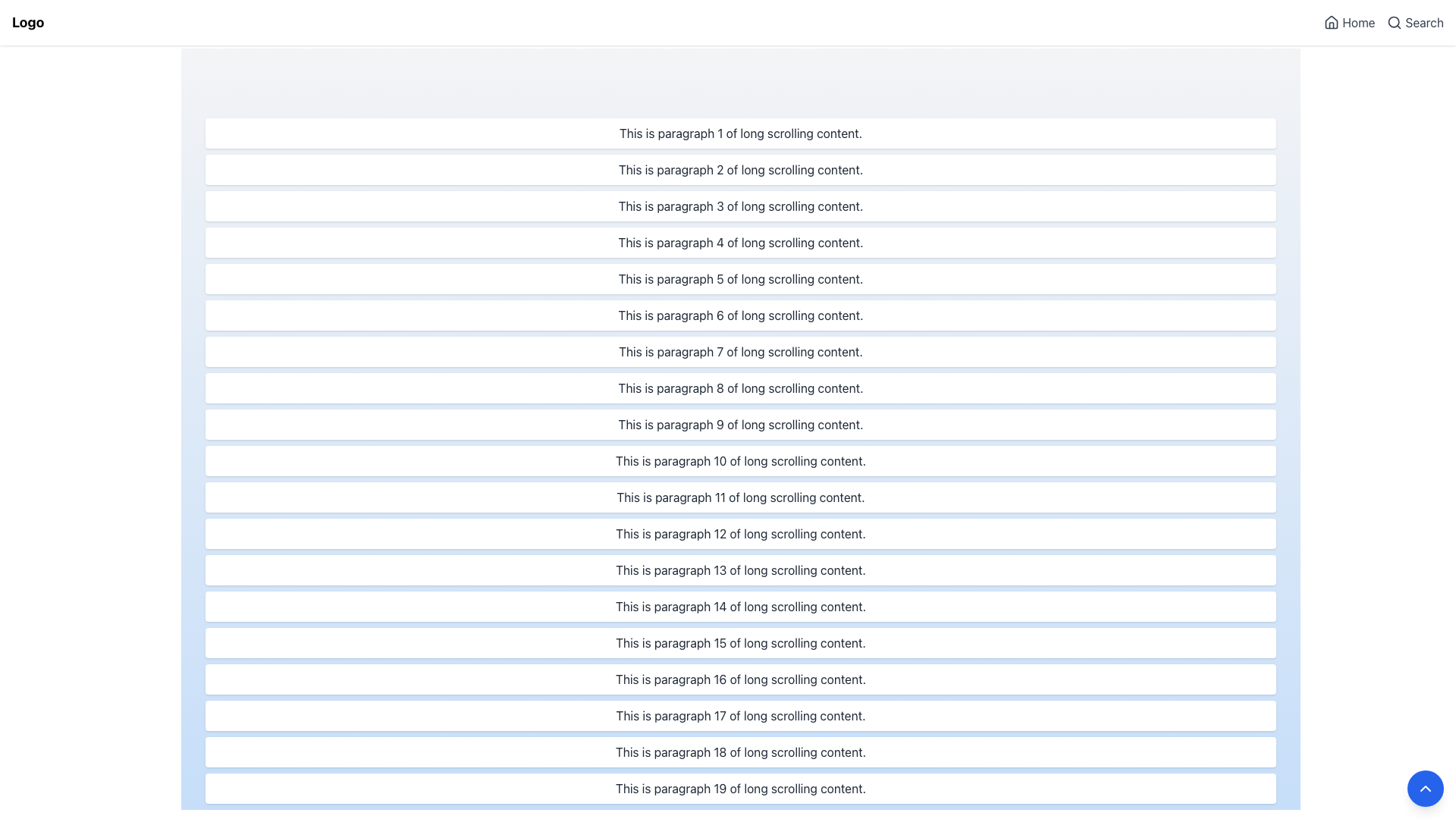 The image size is (1456, 819). I want to click on the first paragraph text block located at the top of the list of similar paragraphs, so click(741, 133).